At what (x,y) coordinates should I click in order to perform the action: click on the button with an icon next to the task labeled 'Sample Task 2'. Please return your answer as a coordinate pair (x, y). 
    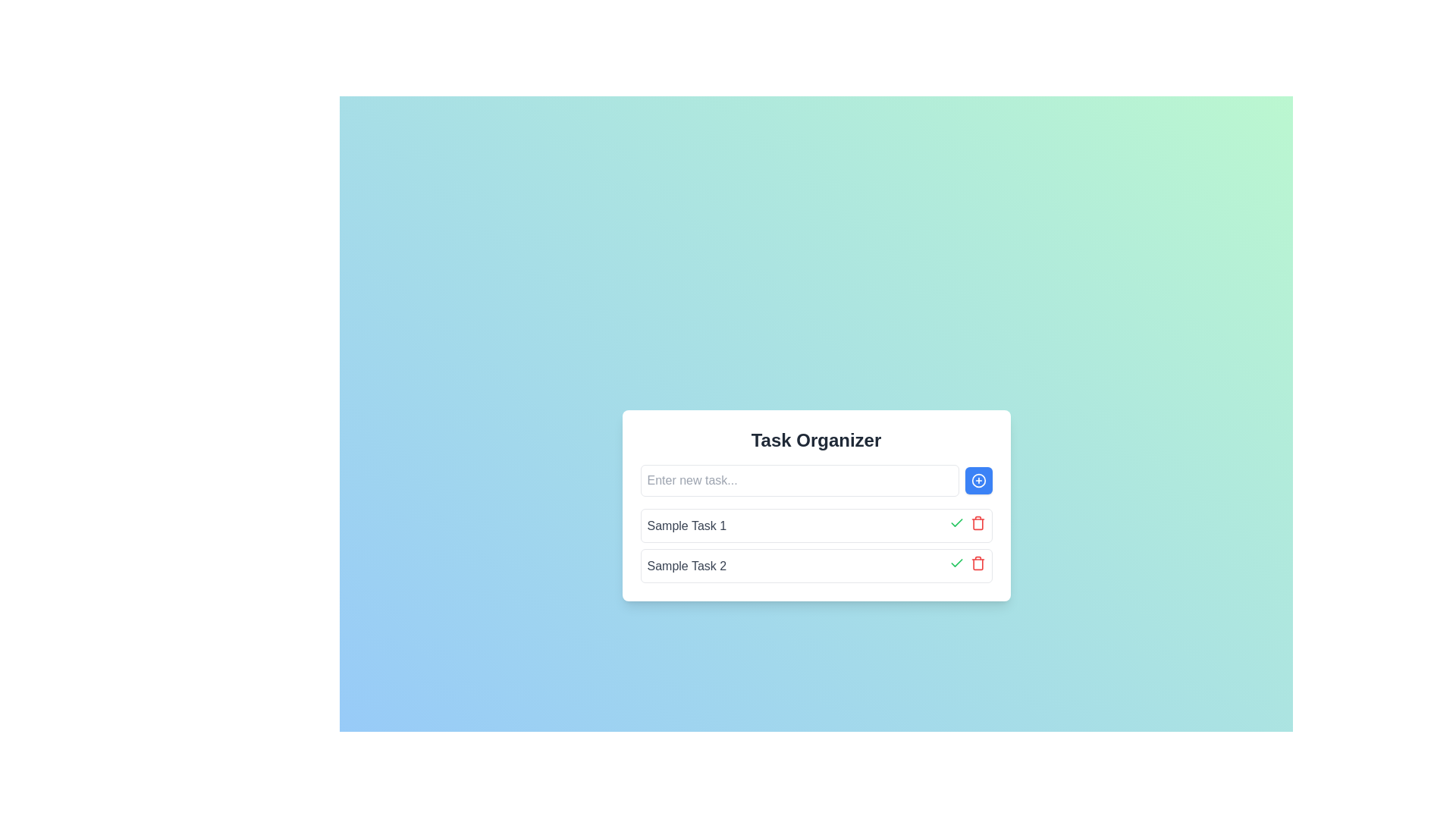
    Looking at the image, I should click on (955, 522).